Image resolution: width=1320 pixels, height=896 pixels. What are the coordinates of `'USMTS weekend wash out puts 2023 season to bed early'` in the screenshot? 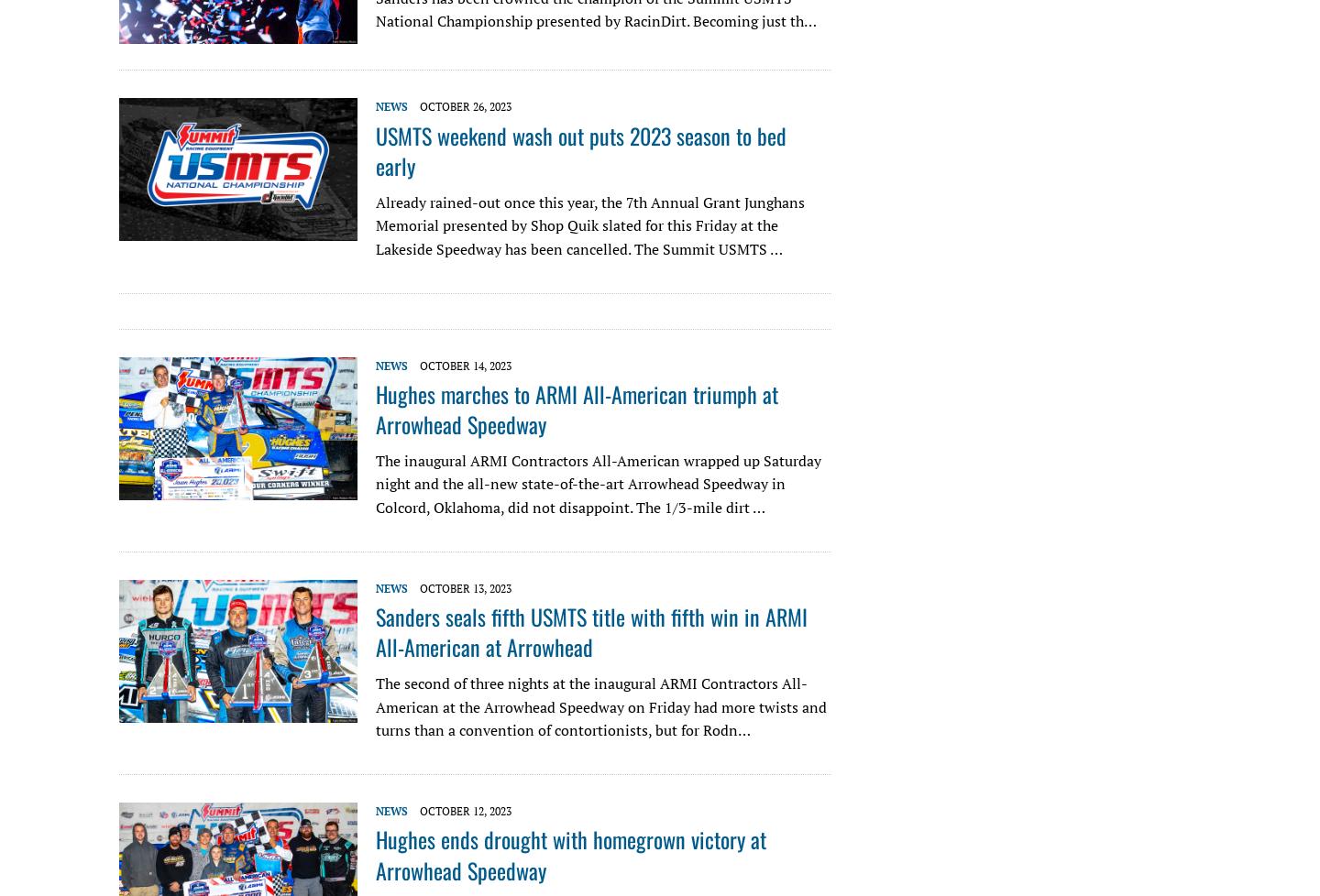 It's located at (580, 150).